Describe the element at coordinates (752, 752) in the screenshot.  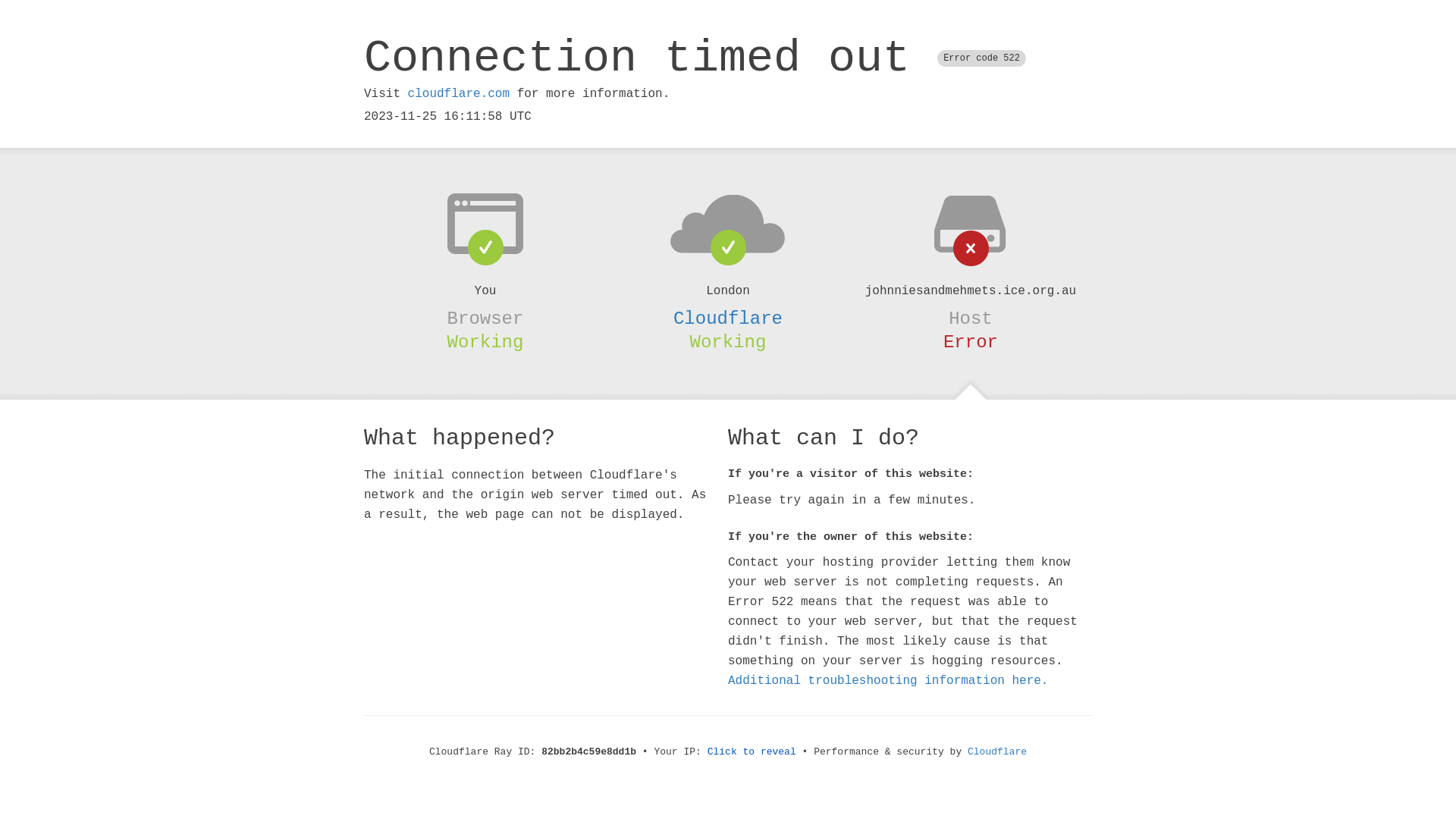
I see `'Click to reveal'` at that location.